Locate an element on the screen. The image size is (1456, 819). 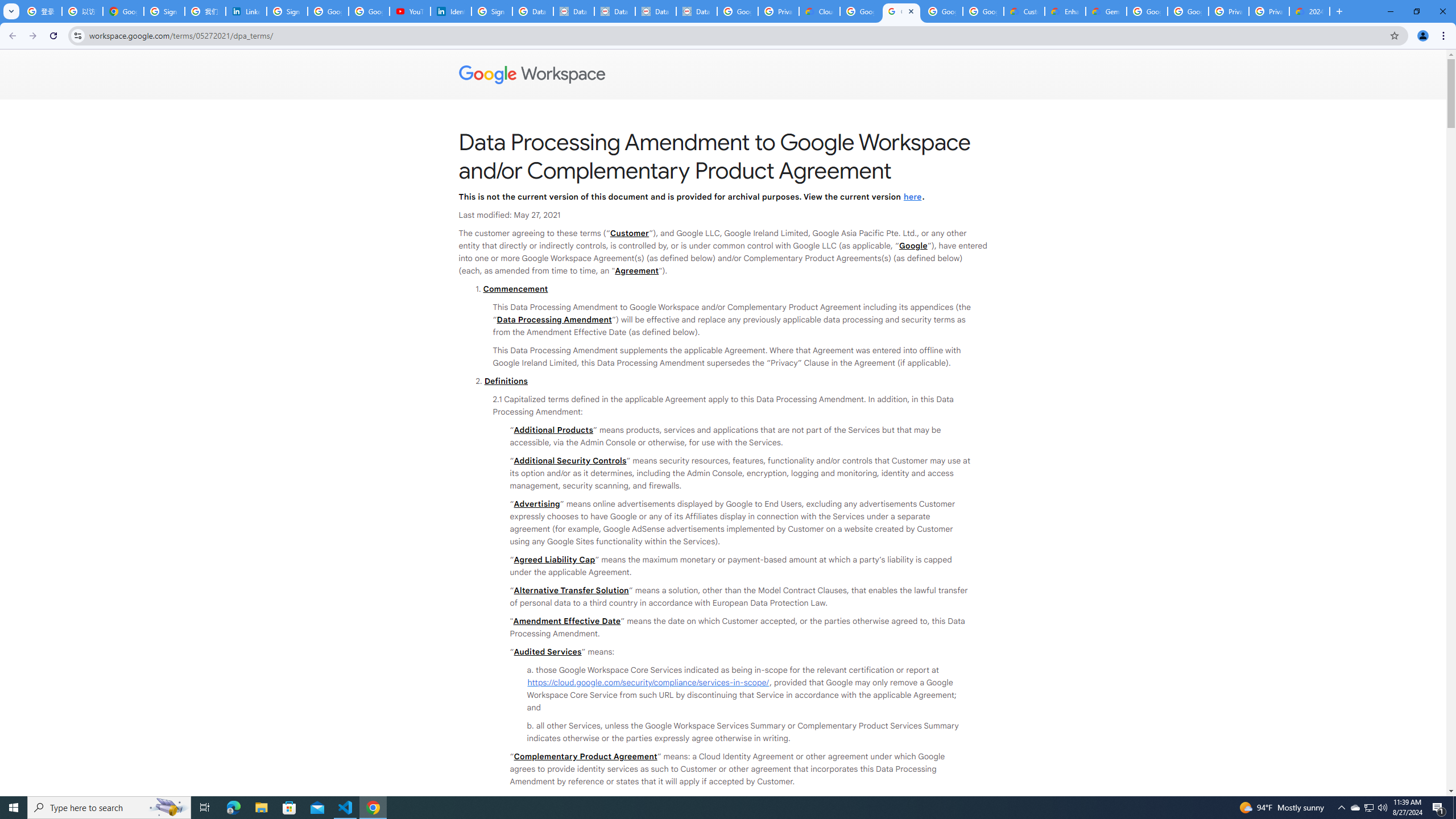
'Enhanced Support | Google Cloud' is located at coordinates (1064, 11).